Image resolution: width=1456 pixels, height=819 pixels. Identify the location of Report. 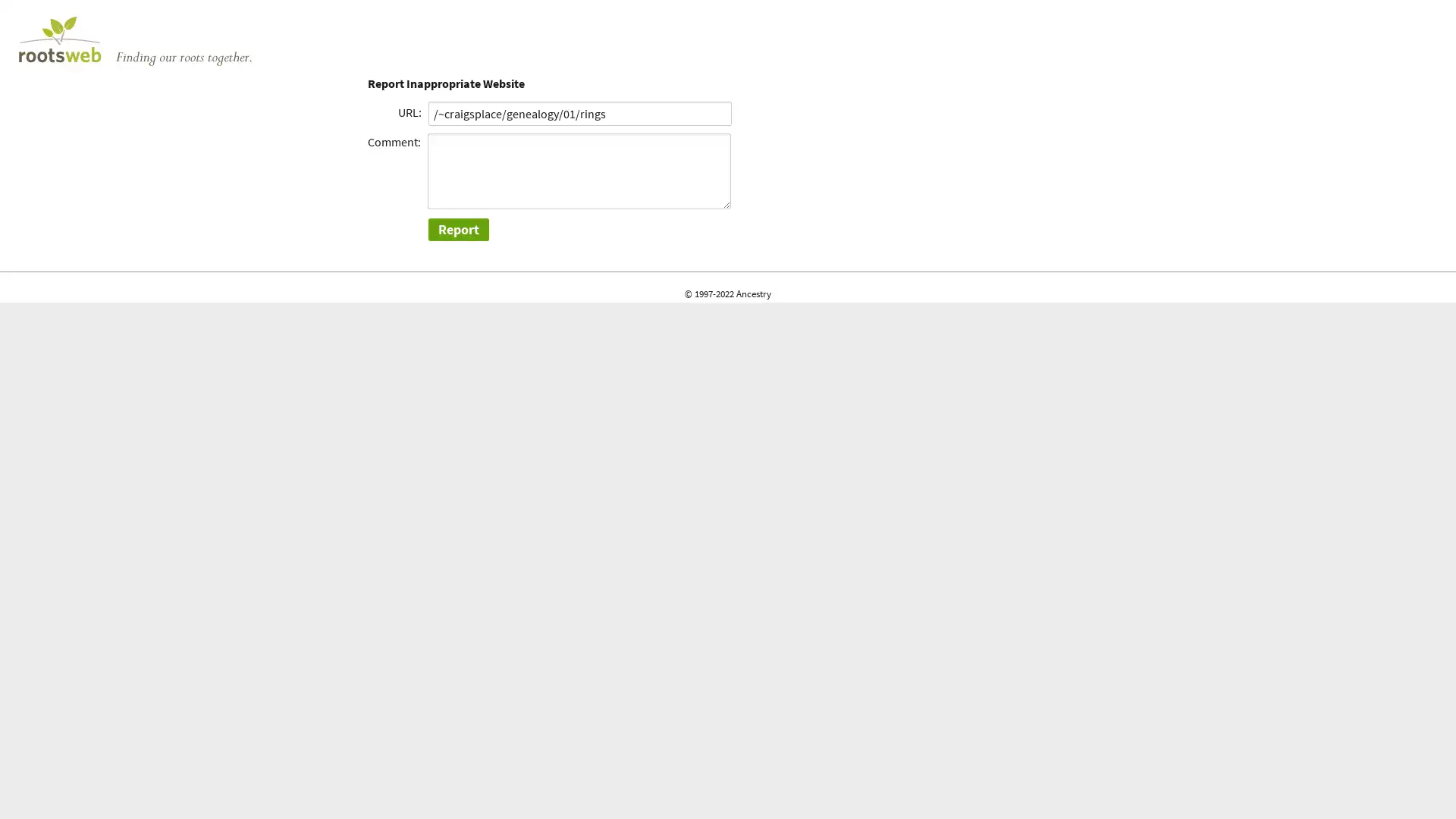
(457, 229).